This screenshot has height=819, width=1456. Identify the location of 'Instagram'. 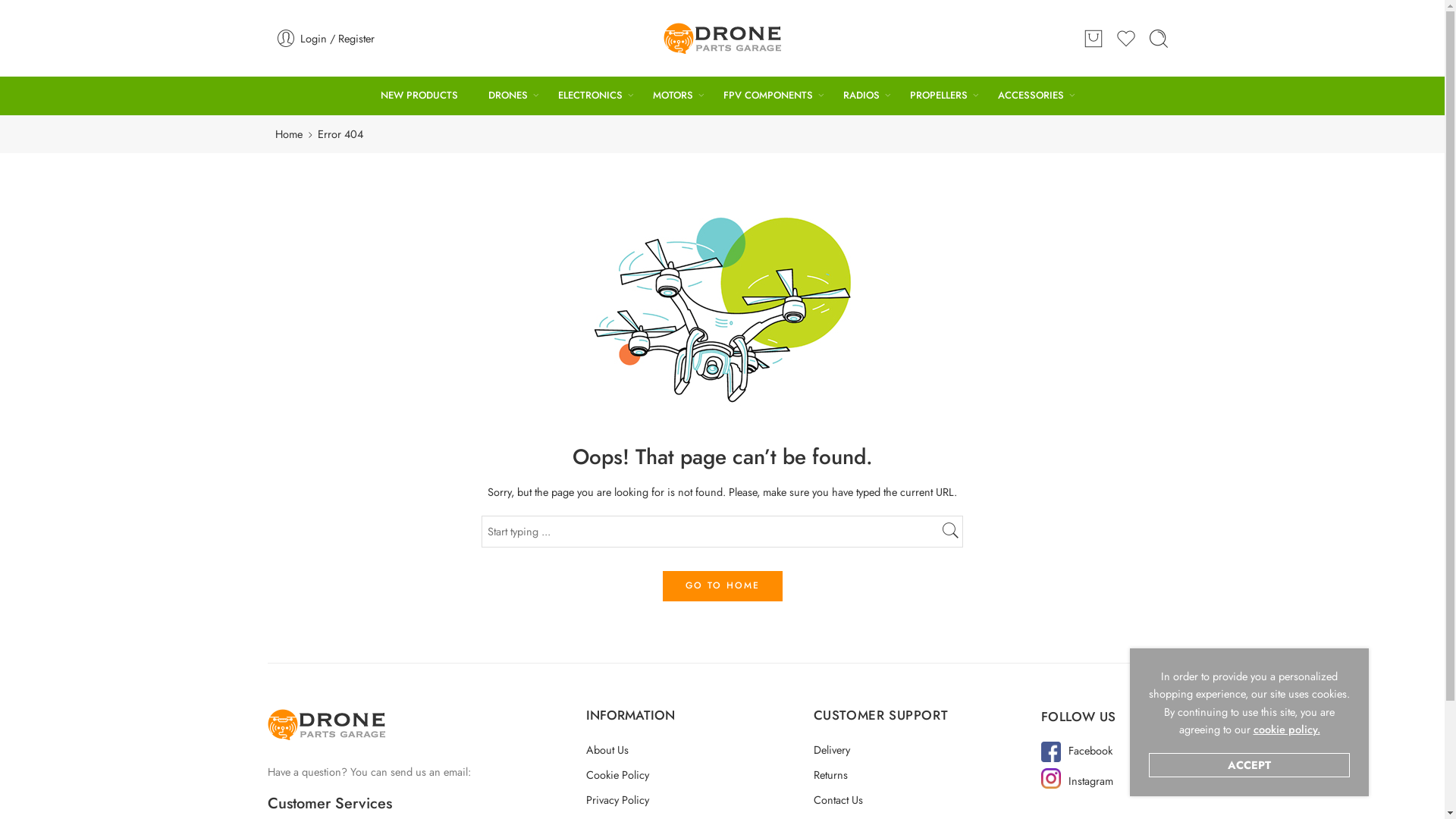
(1090, 780).